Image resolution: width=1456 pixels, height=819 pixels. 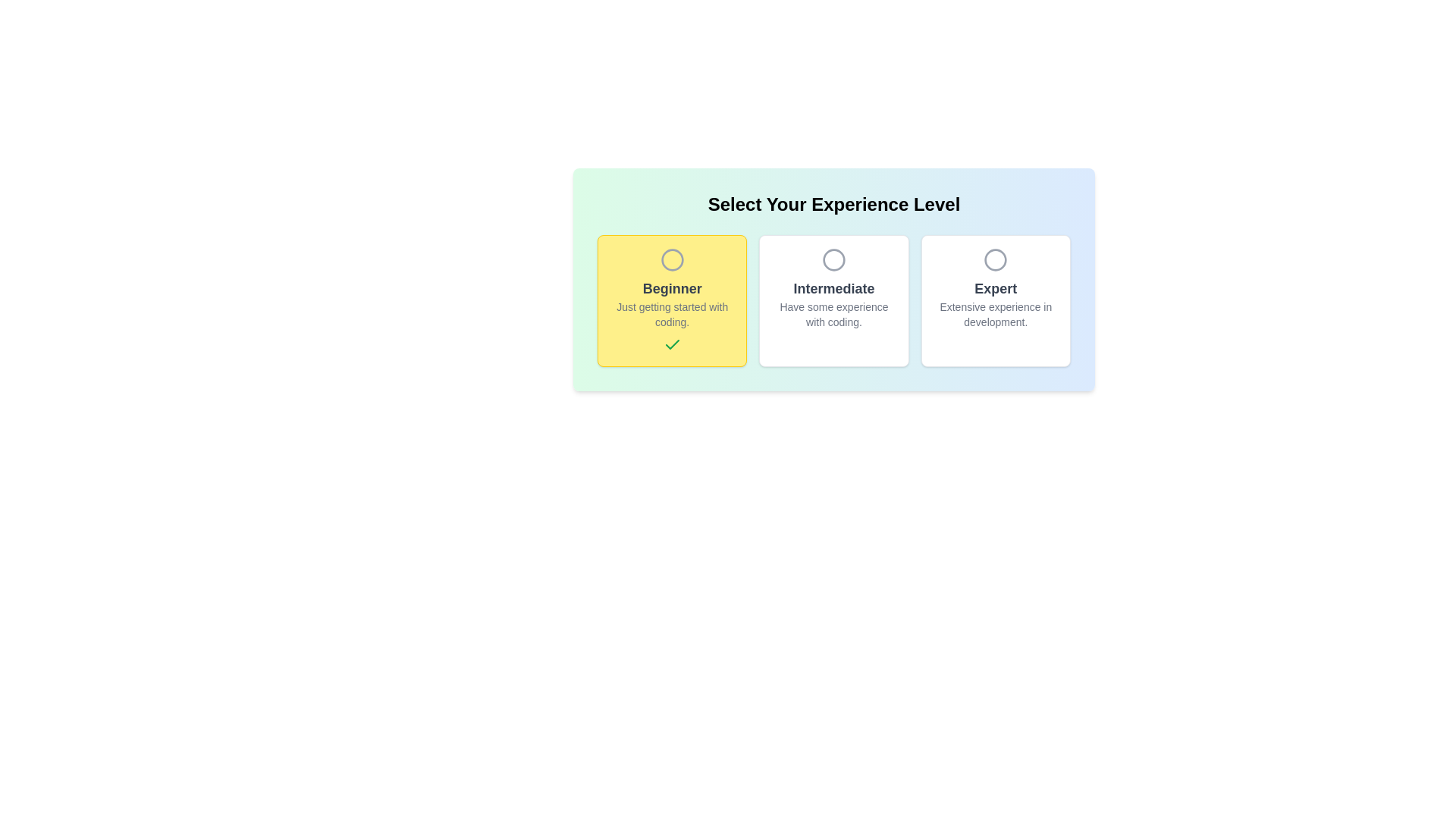 I want to click on the text label stating 'Extensive experience in development.' which is positioned under the 'Expert' label in the card-like layout for experience levels, so click(x=996, y=314).